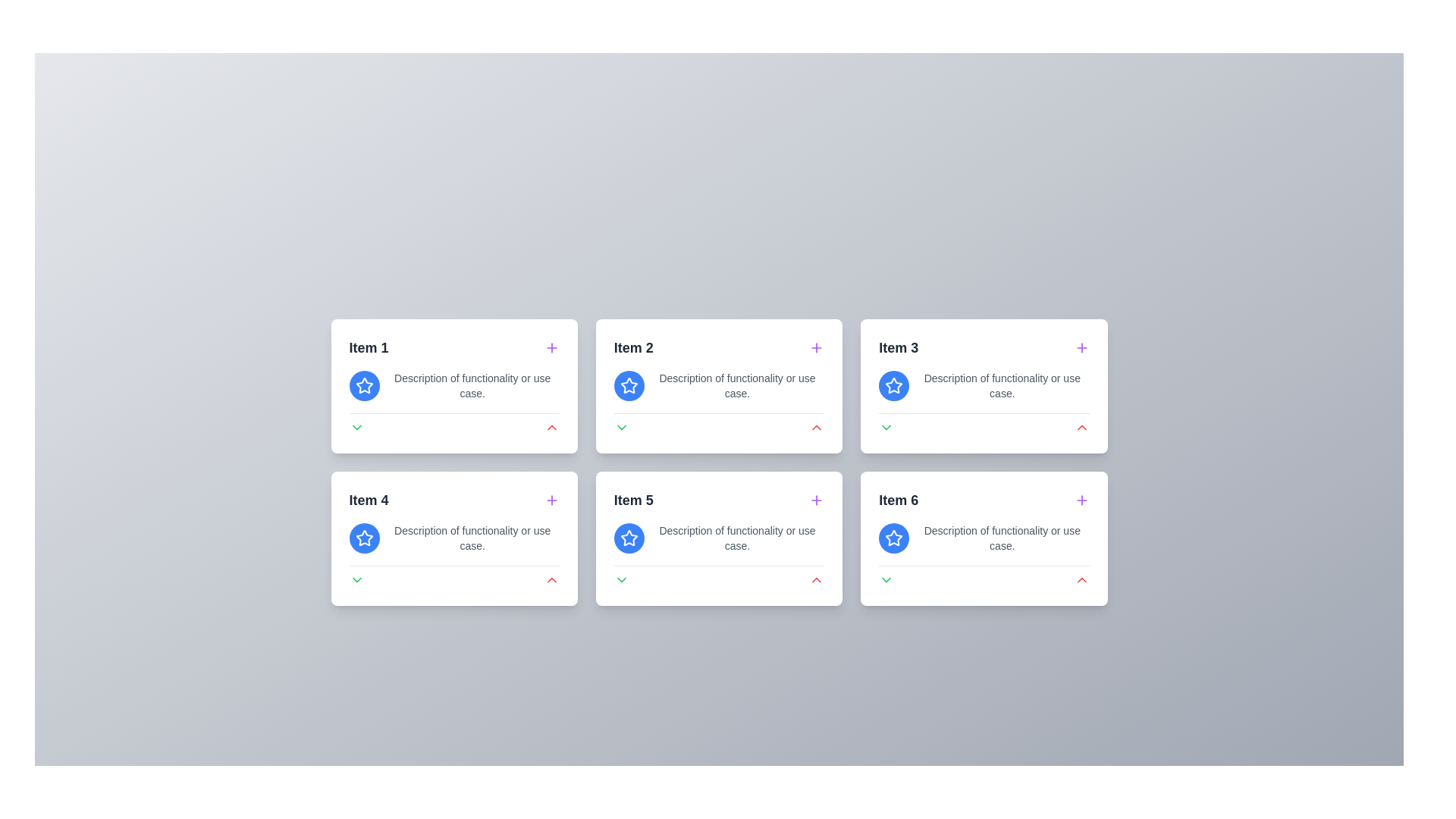 The height and width of the screenshot is (819, 1456). I want to click on the informational text label located under the star icon within the 'Item 6' card, so click(1002, 537).